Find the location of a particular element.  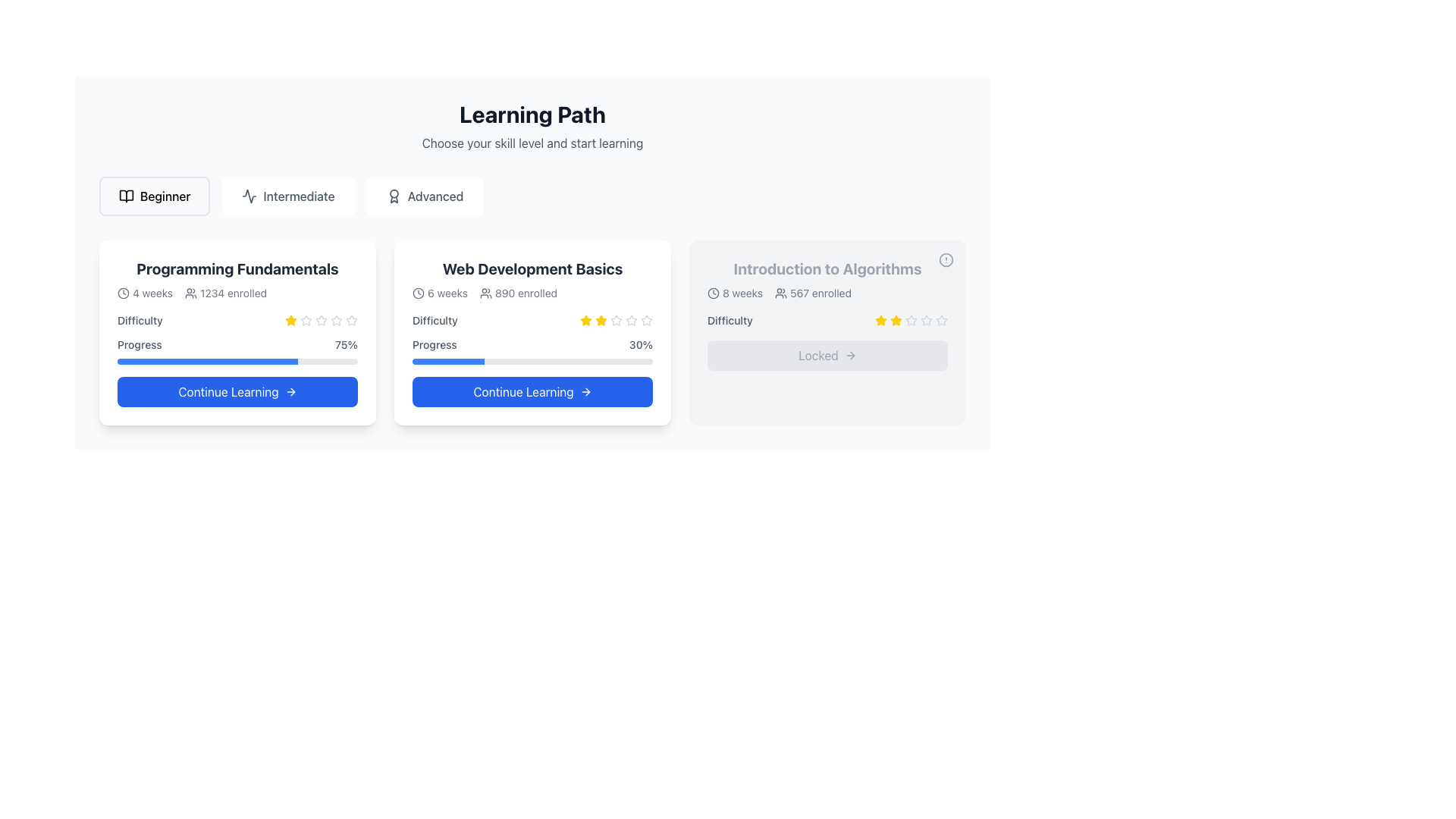

the second star icon in the difficulty rating row to rate the 'Web Development Basics' course is located at coordinates (632, 319).